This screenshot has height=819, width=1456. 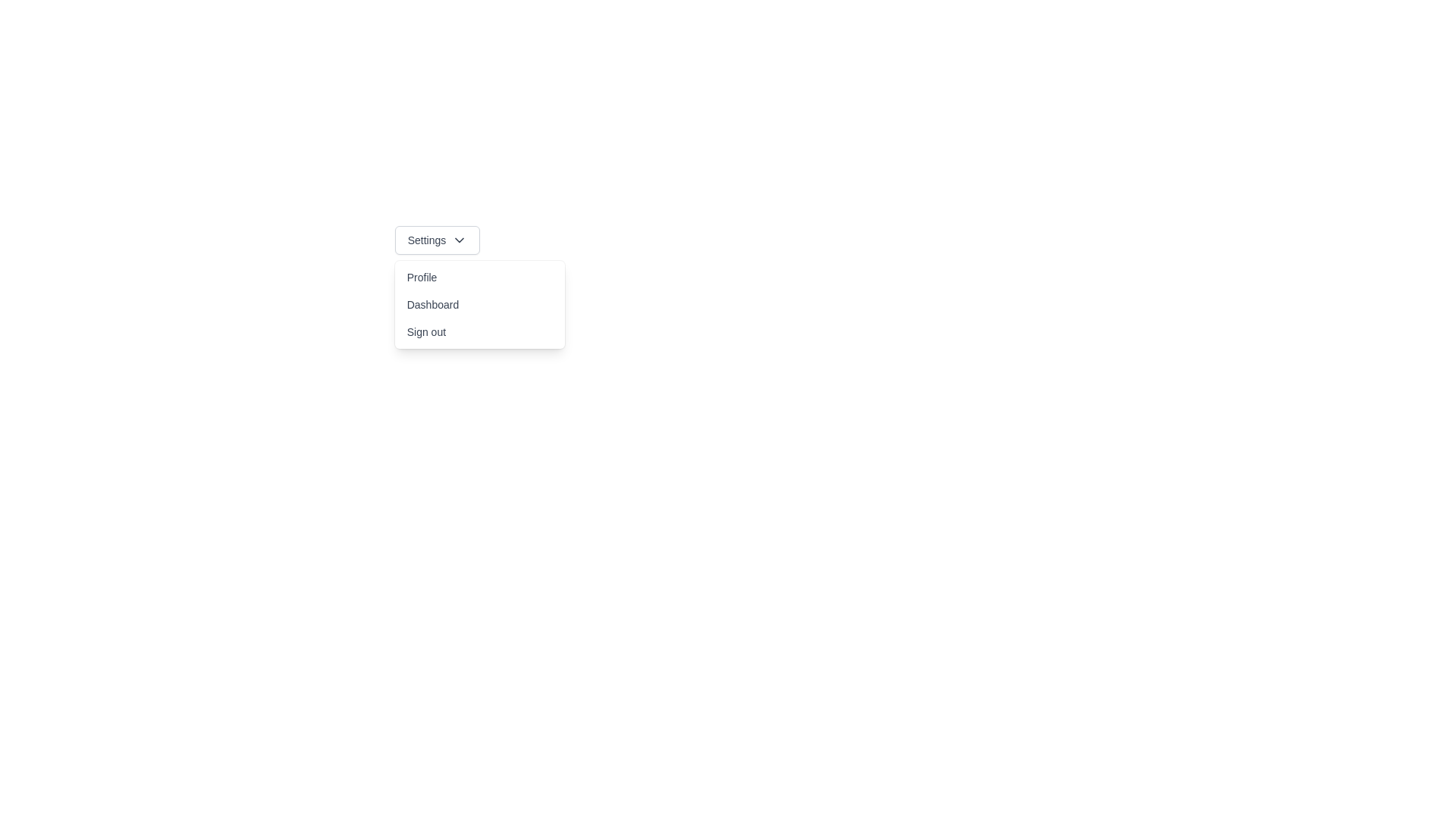 I want to click on the third item in the dropdown menu, which is likely to log out or end the session, positioned below the 'Profile' and 'Dashboard' options, so click(x=479, y=331).